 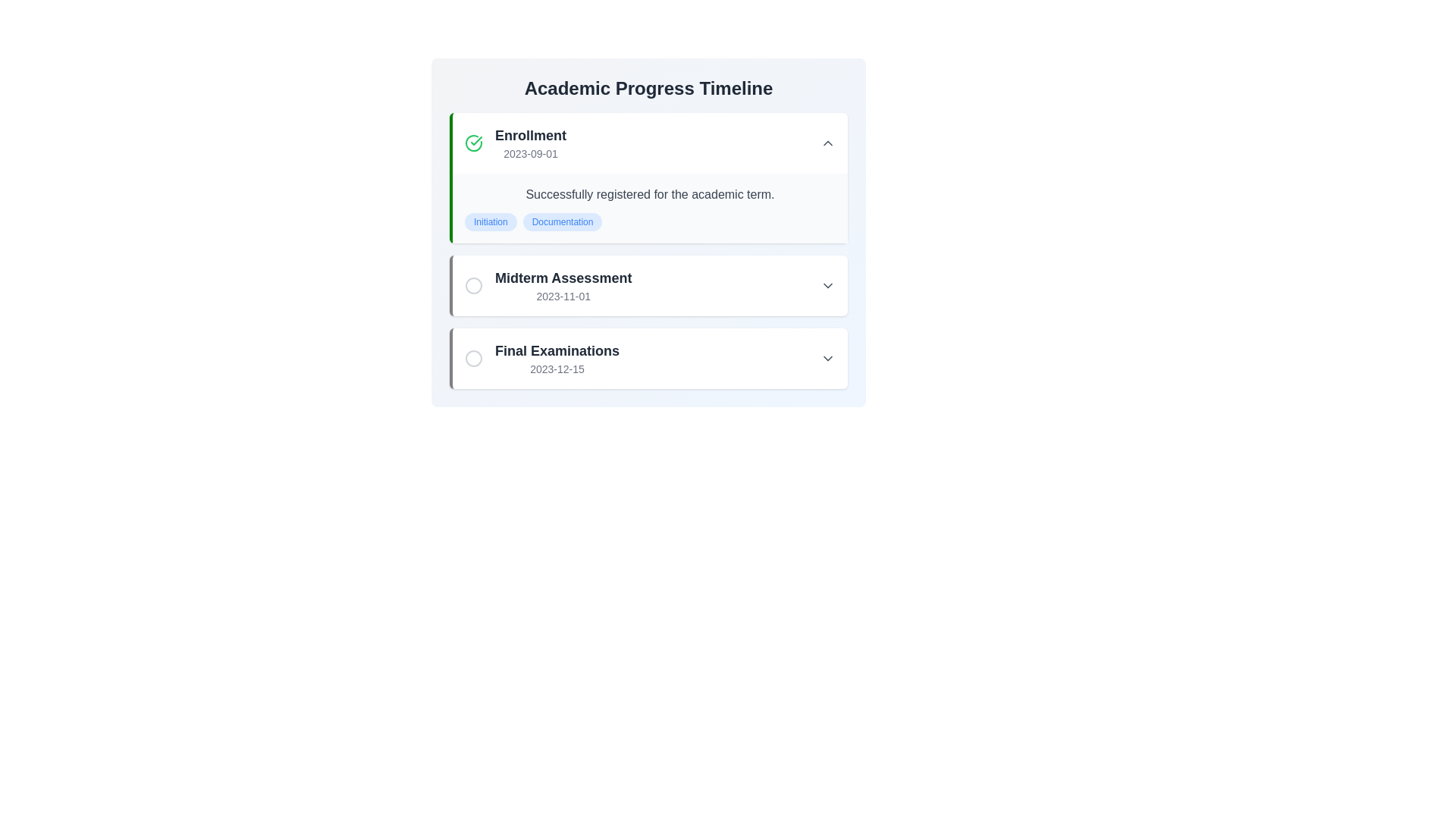 What do you see at coordinates (556, 350) in the screenshot?
I see `text from the bold and larger font label displaying 'Final Examinations', which is part of a timeline interface positioned above a date label` at bounding box center [556, 350].